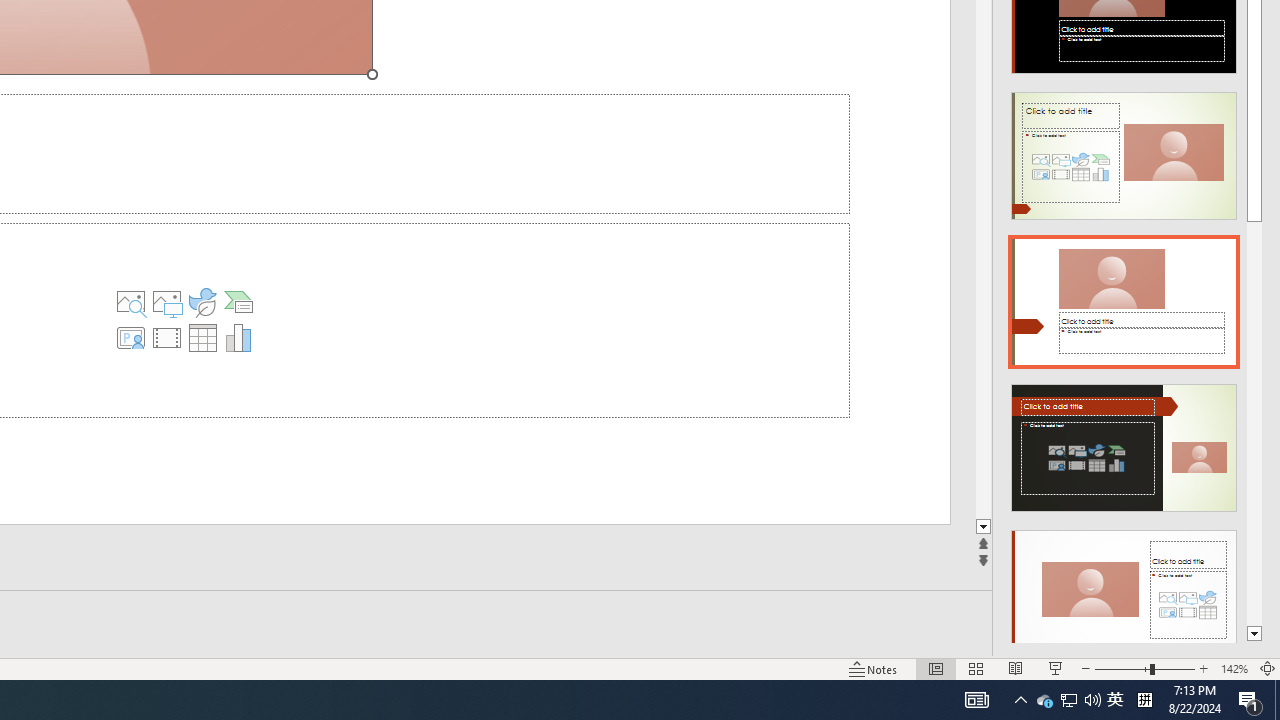  What do you see at coordinates (238, 337) in the screenshot?
I see `'Insert Chart'` at bounding box center [238, 337].